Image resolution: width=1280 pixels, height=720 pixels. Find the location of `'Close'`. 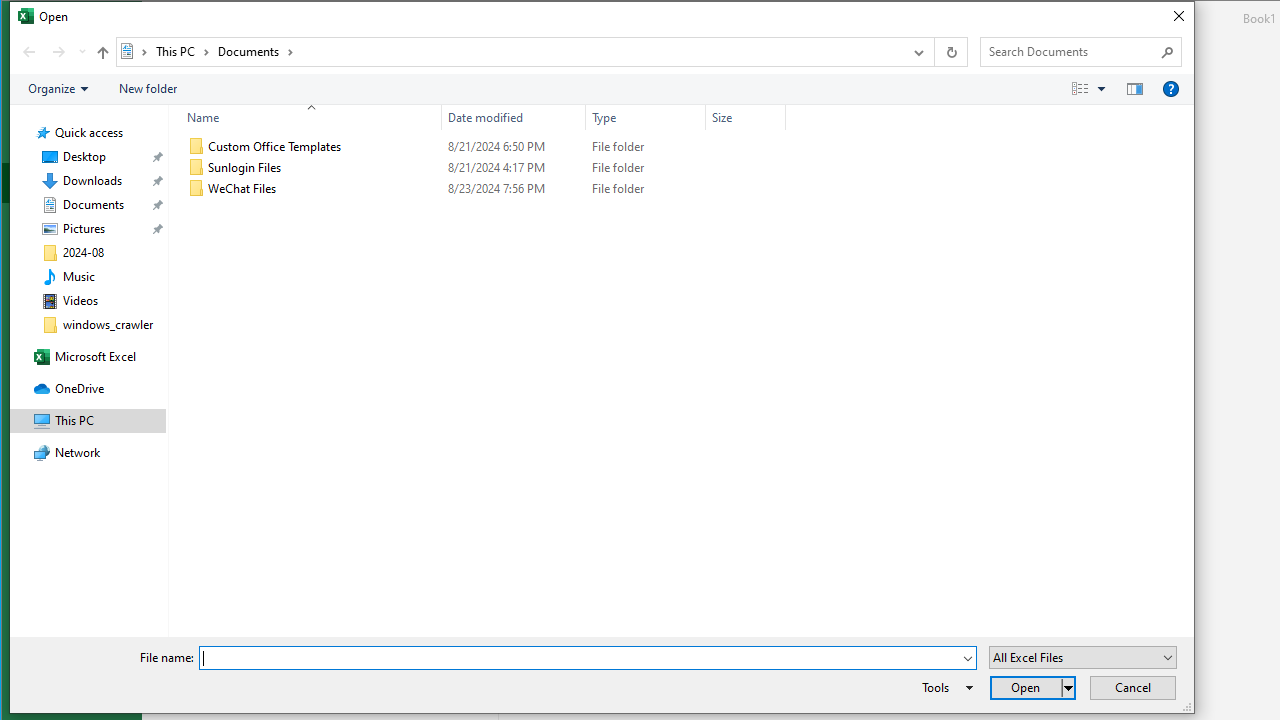

'Close' is located at coordinates (1178, 16).